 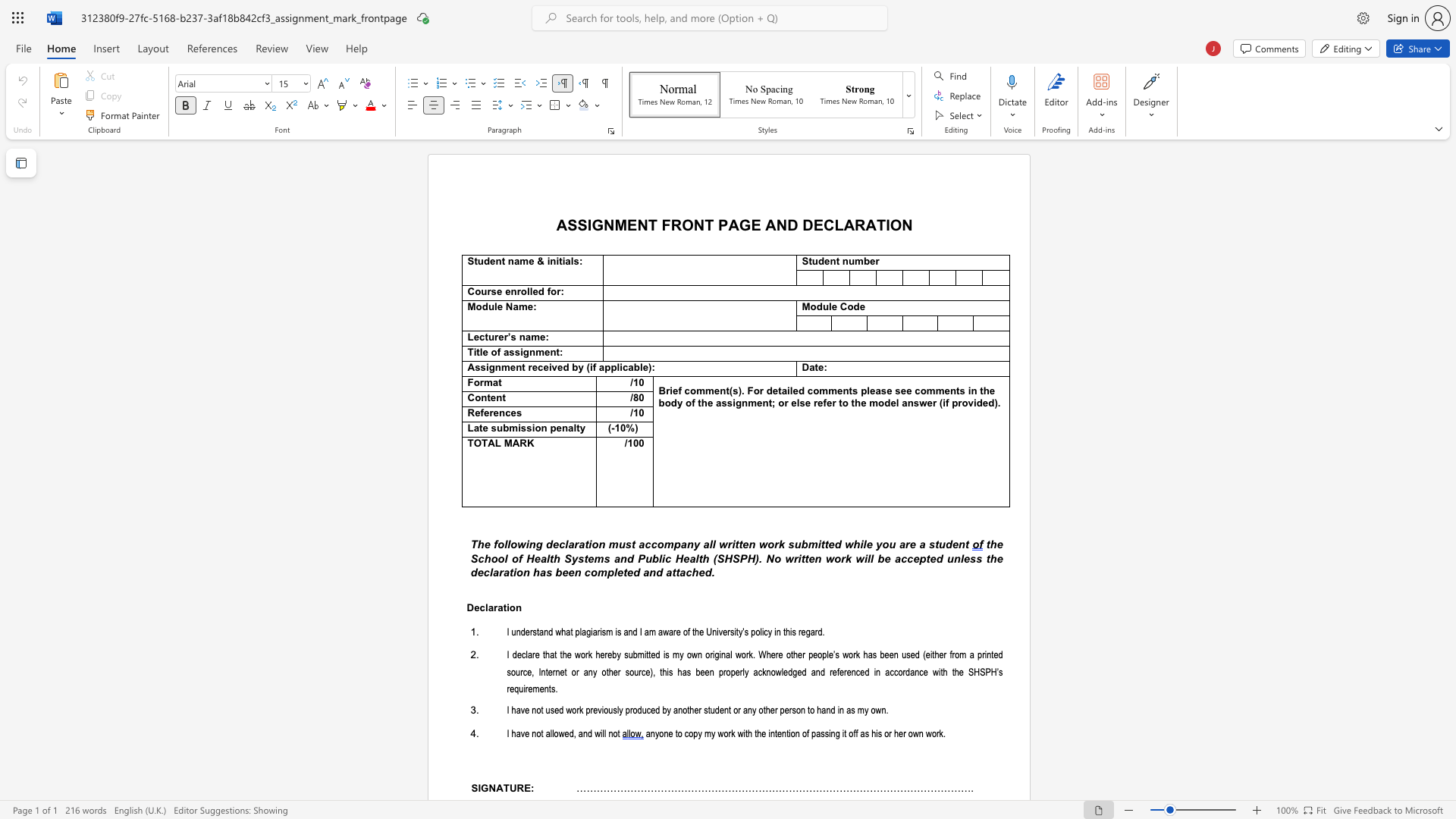 I want to click on the subset text "TAL" within the text "TOTAL MARK", so click(x=480, y=444).